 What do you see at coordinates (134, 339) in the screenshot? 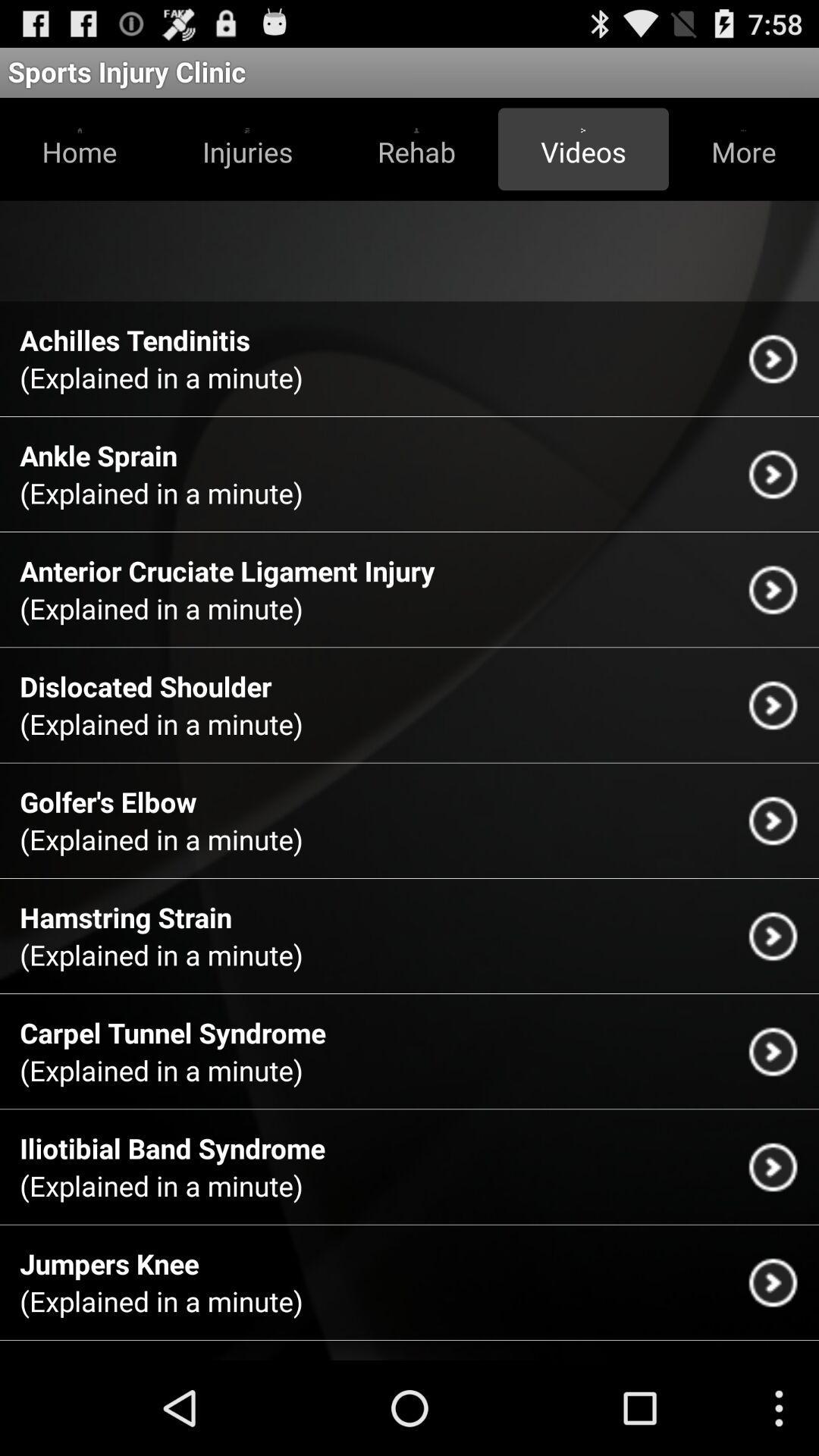
I see `achilles tendinitis app` at bounding box center [134, 339].